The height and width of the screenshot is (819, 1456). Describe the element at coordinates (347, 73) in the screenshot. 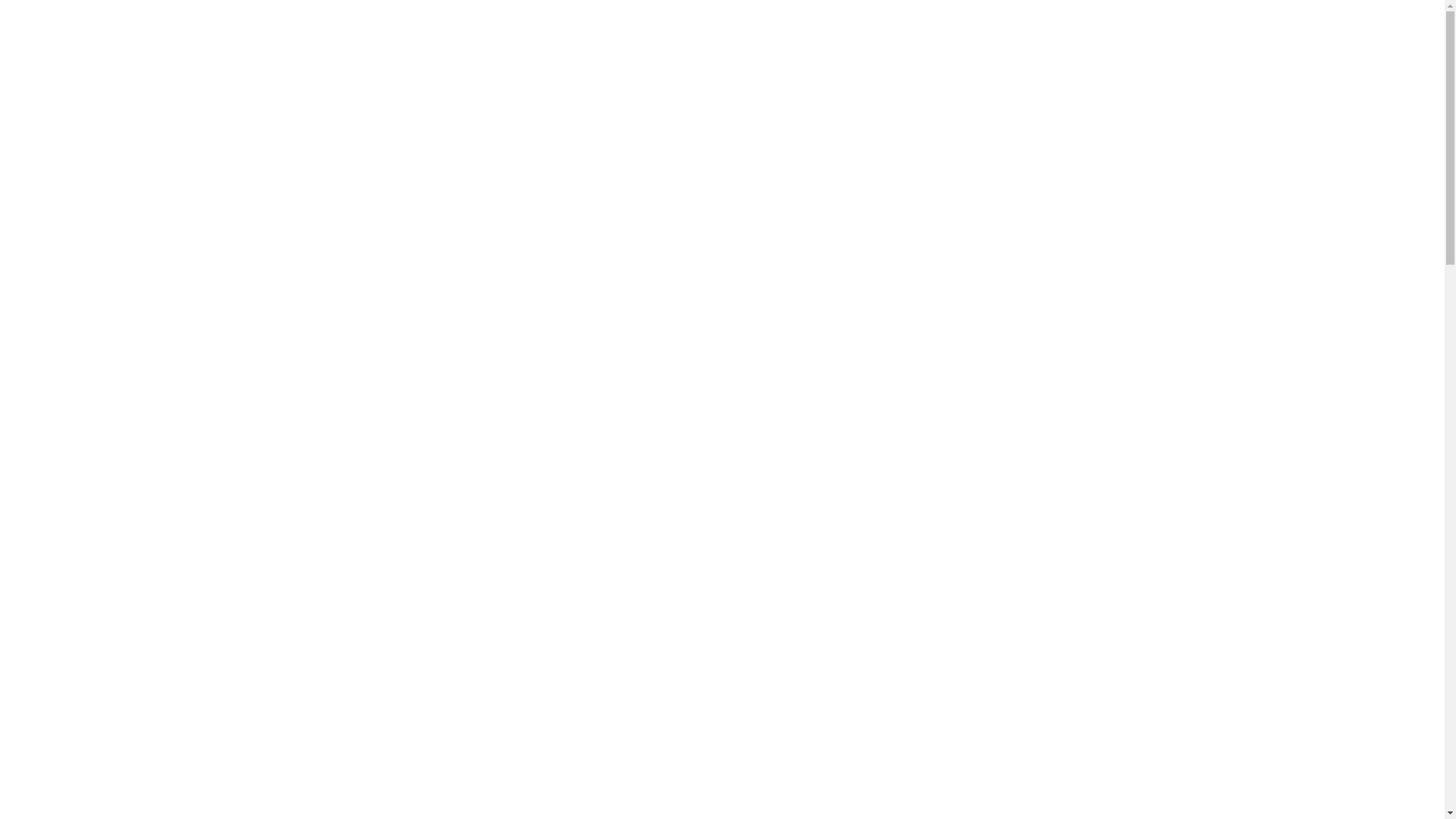

I see `'Brighton'` at that location.